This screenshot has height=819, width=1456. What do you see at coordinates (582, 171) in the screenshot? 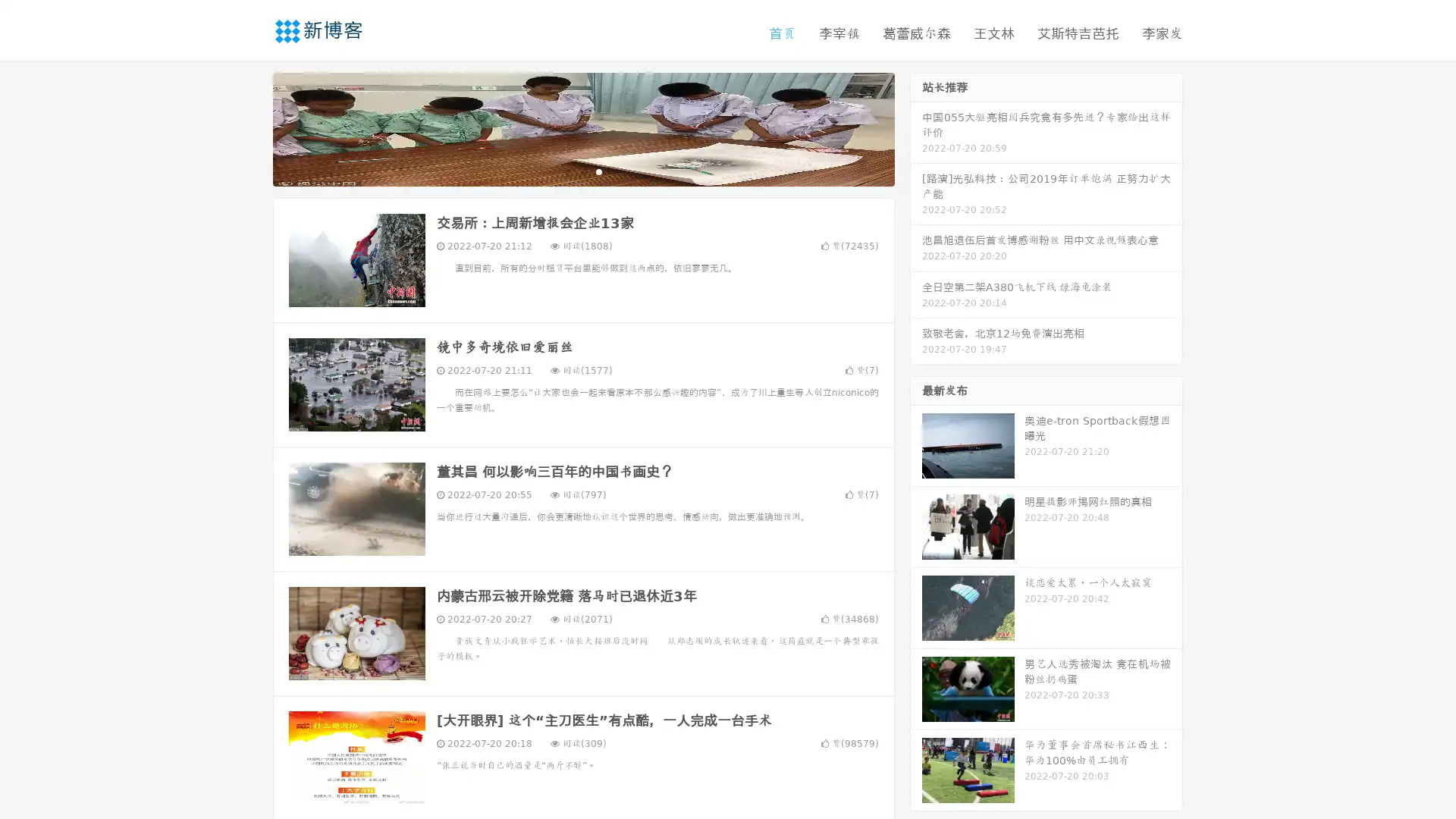
I see `Go to slide 2` at bounding box center [582, 171].